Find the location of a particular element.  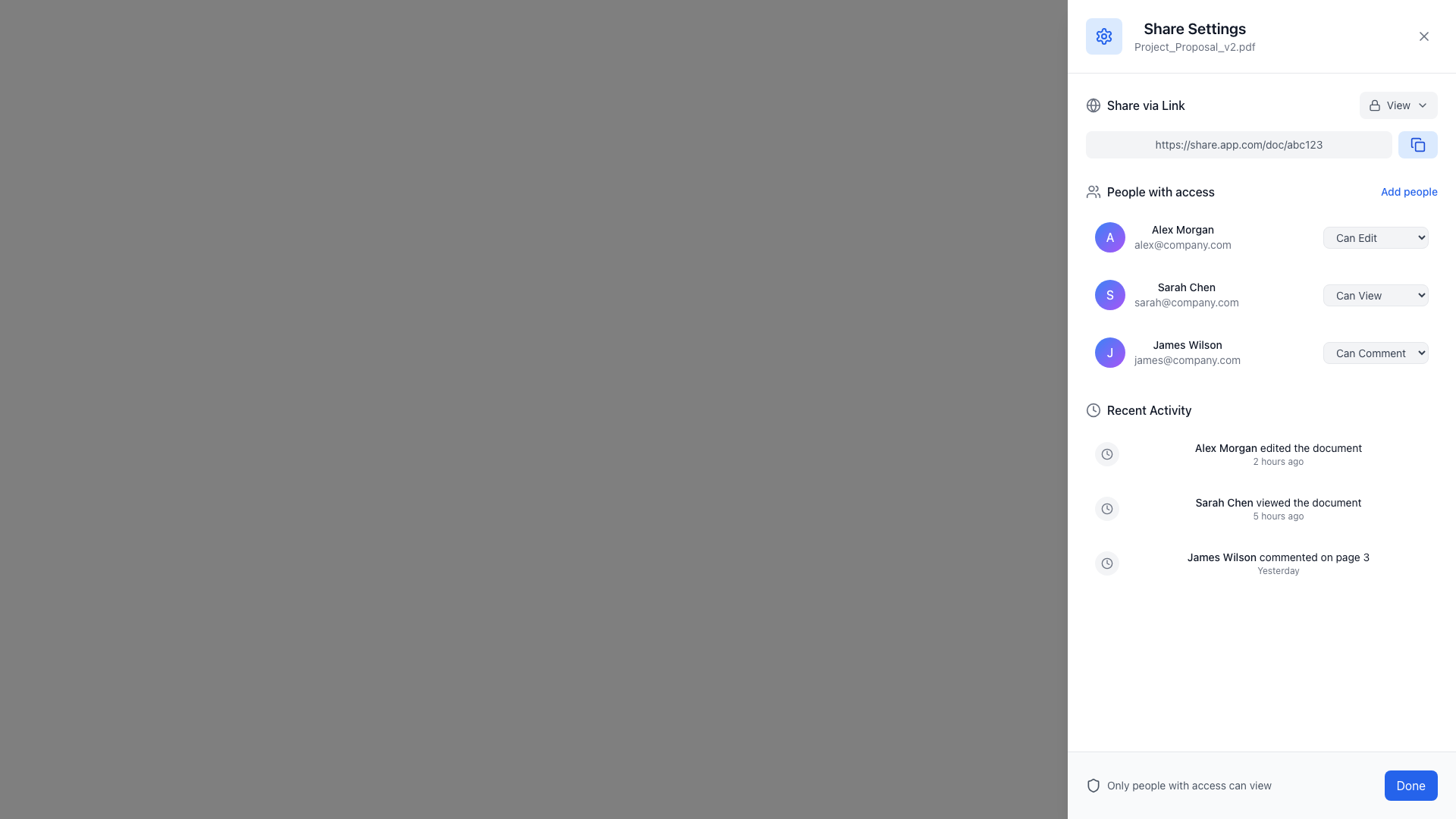

the dropdown menu button labeled 'Can Edit' is located at coordinates (1376, 237).